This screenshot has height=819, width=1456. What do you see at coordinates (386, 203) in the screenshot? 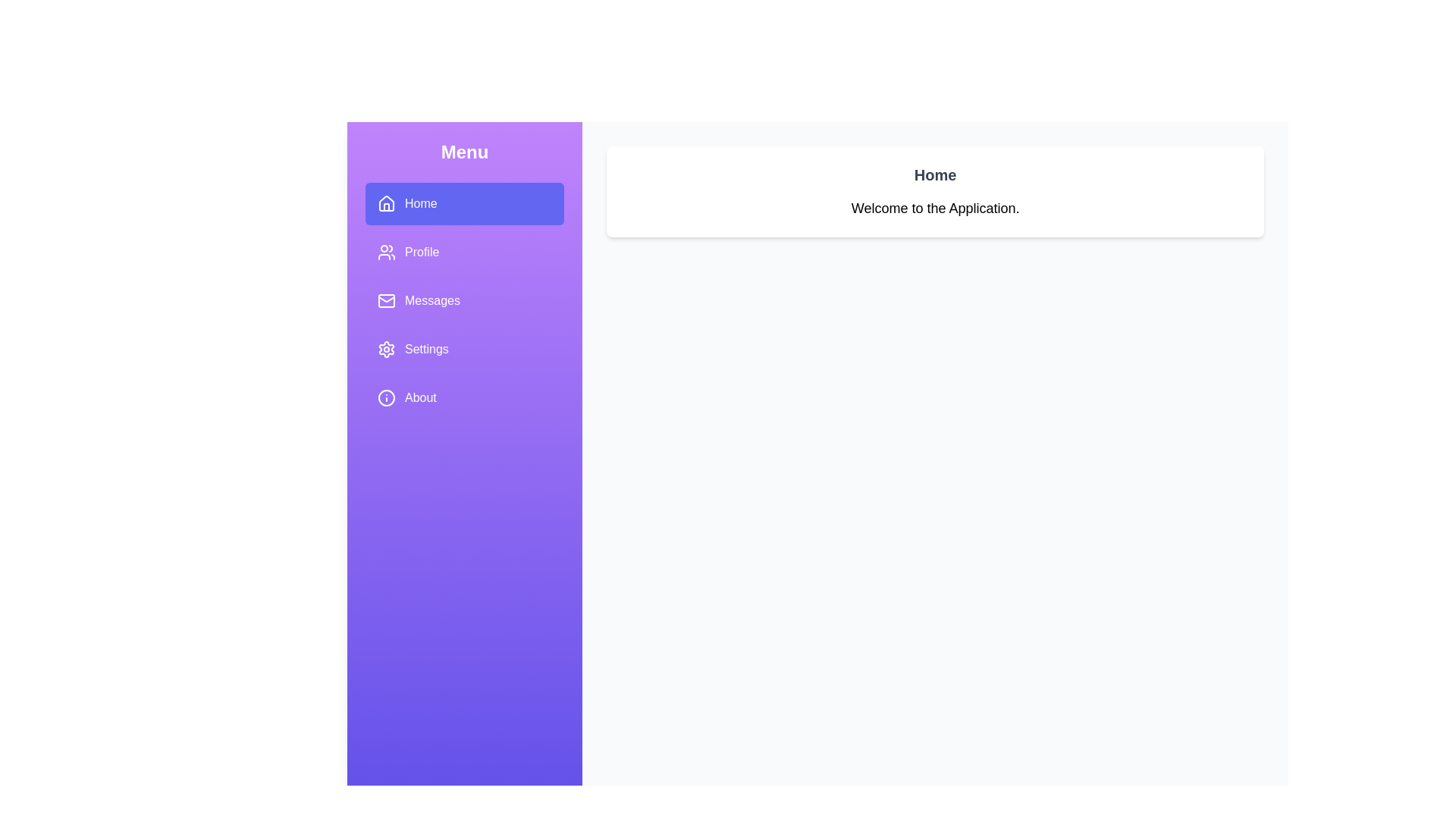
I see `the 'Home' menu icon located in the left sidebar, which serves as the entry point to the main page of the application` at bounding box center [386, 203].